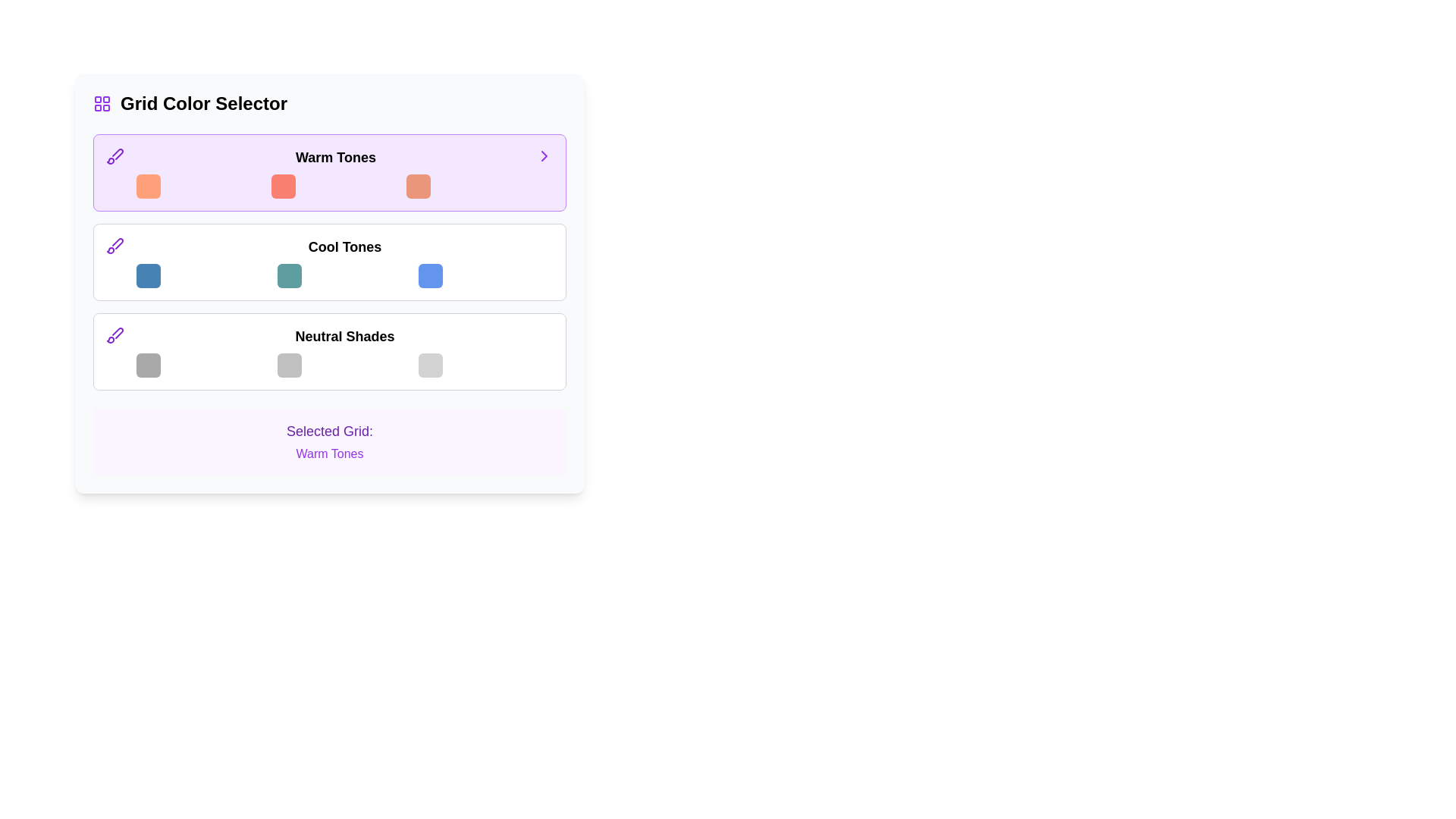  What do you see at coordinates (202, 103) in the screenshot?
I see `the Text Label that provides a title for the grid color selection interface, located in the top-left region next to a grid icon` at bounding box center [202, 103].